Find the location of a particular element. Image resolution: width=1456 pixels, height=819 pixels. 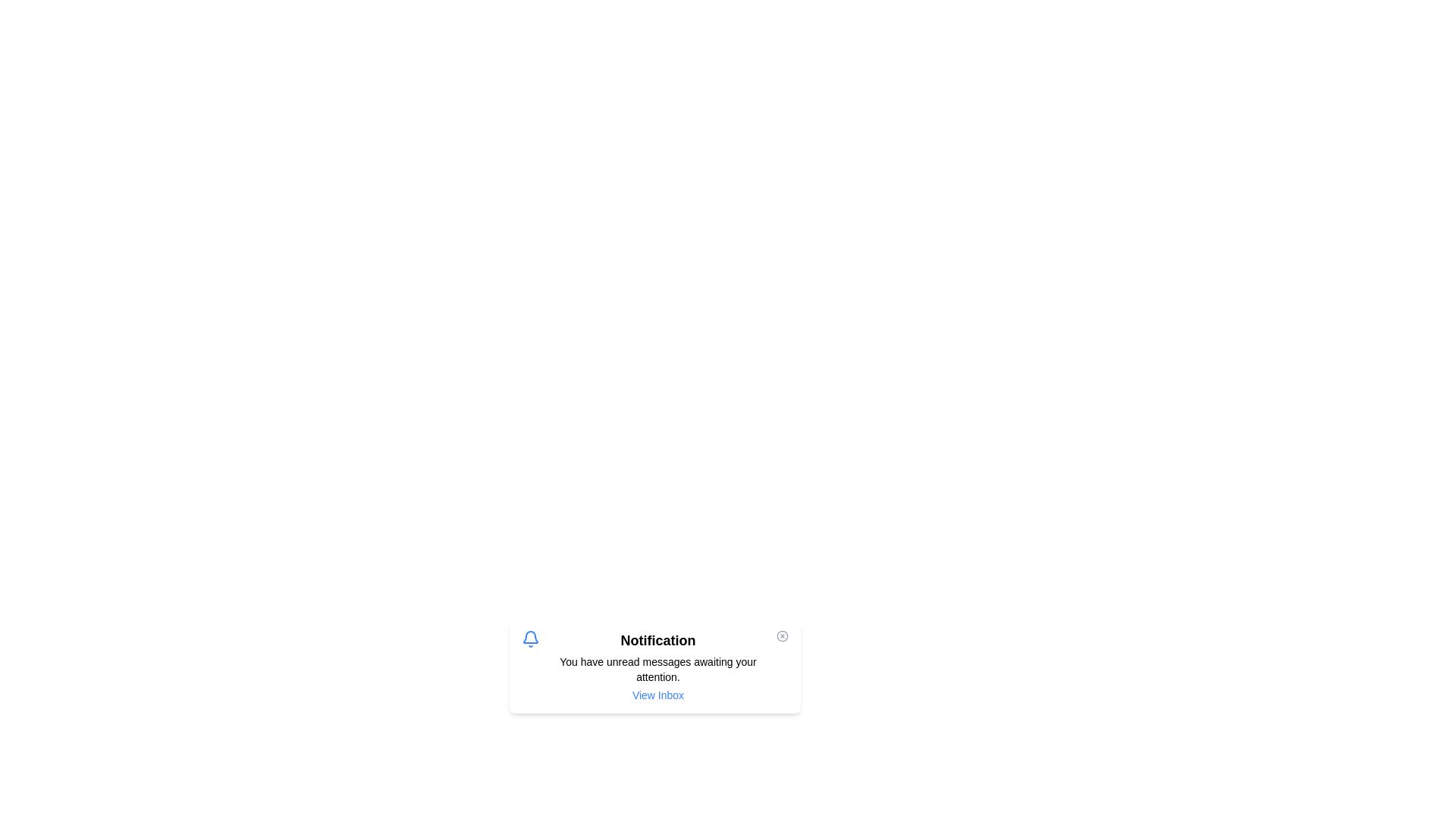

the hyperlink that opens the inbox for unread messages, located below the text 'You have unread messages awaiting your attention.' is located at coordinates (658, 695).